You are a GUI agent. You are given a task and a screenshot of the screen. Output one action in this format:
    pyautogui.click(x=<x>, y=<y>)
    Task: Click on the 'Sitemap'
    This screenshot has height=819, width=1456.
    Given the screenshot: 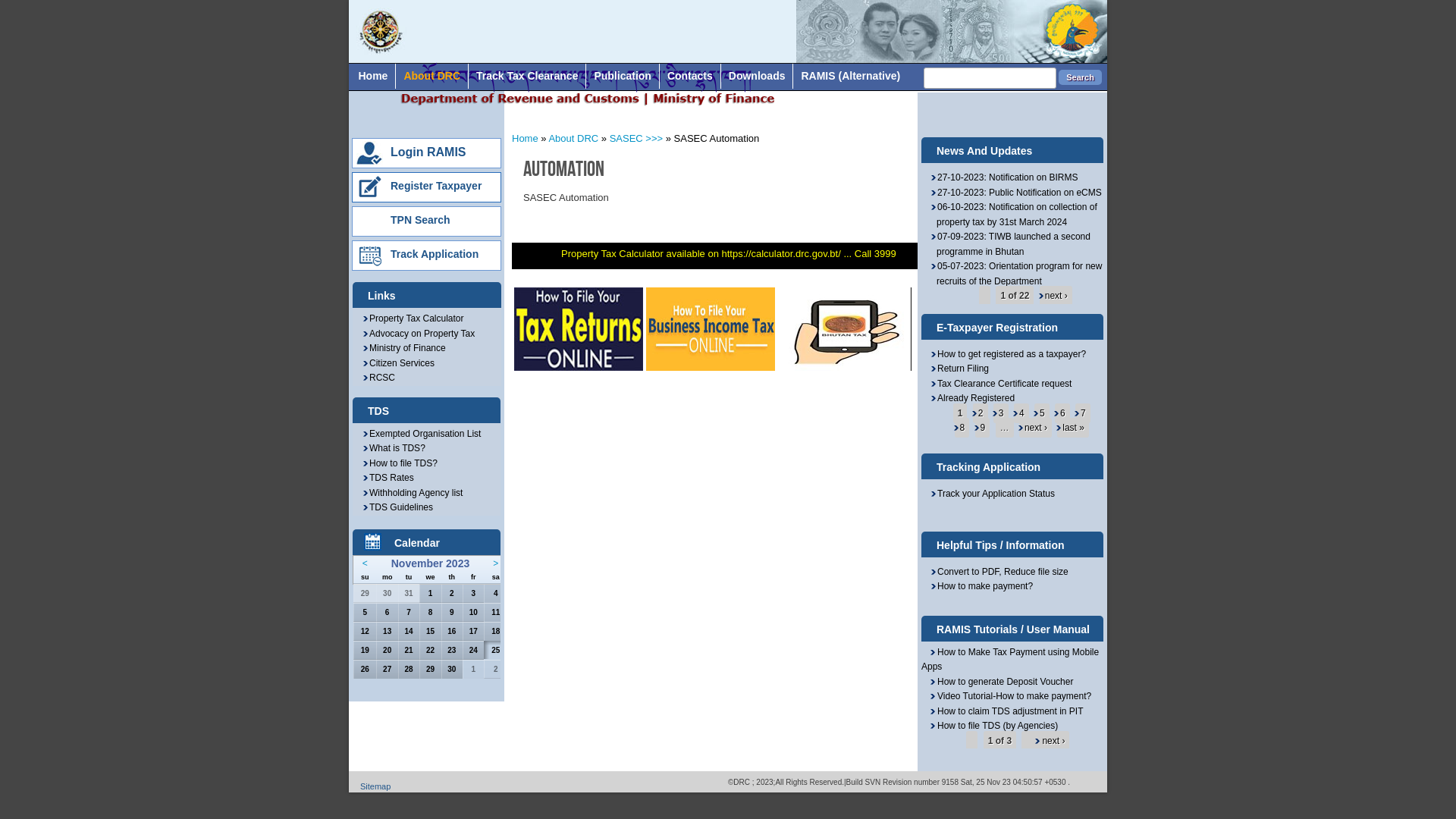 What is the action you would take?
    pyautogui.click(x=375, y=786)
    